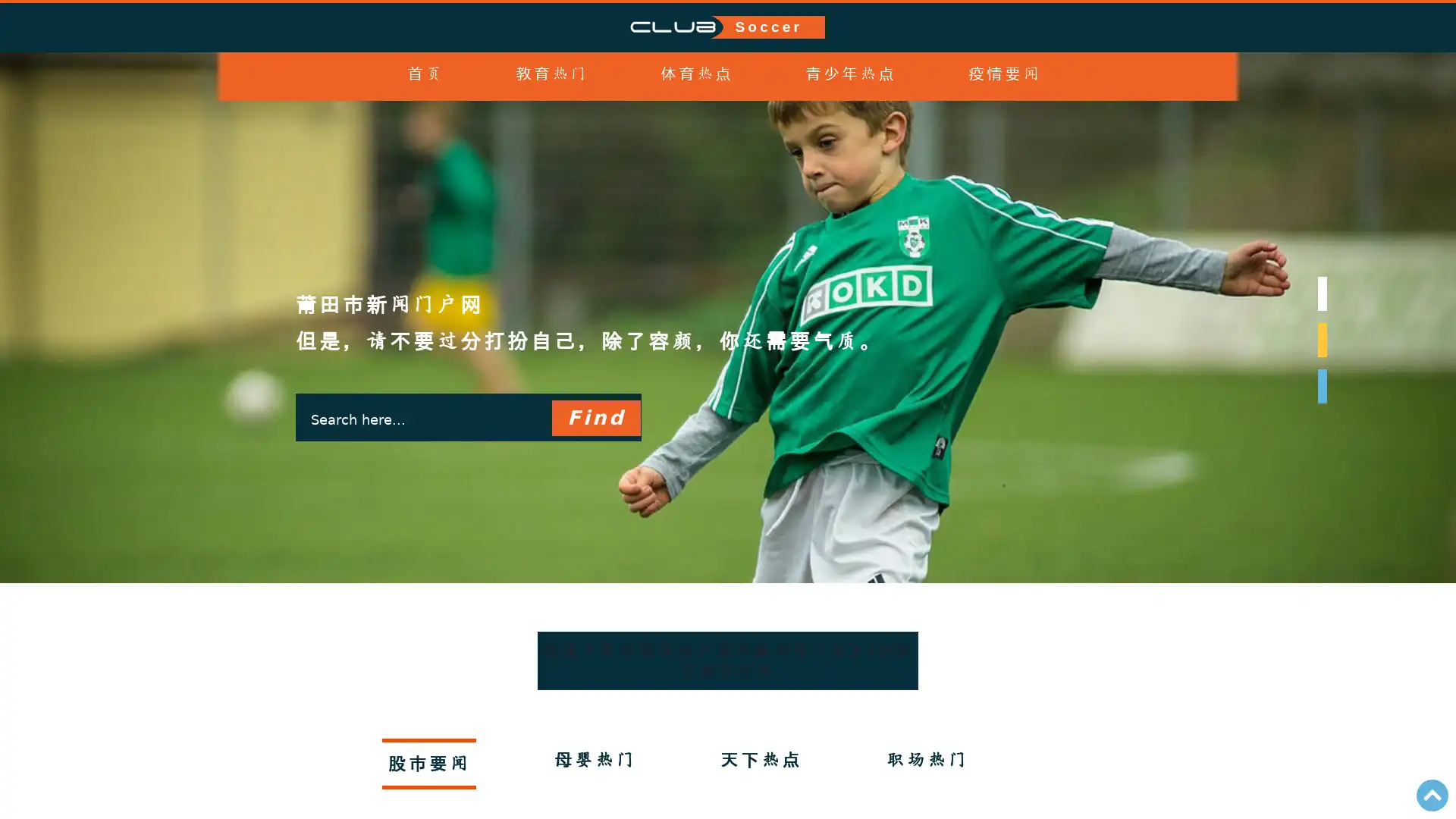 The height and width of the screenshot is (819, 1456). I want to click on Find, so click(595, 418).